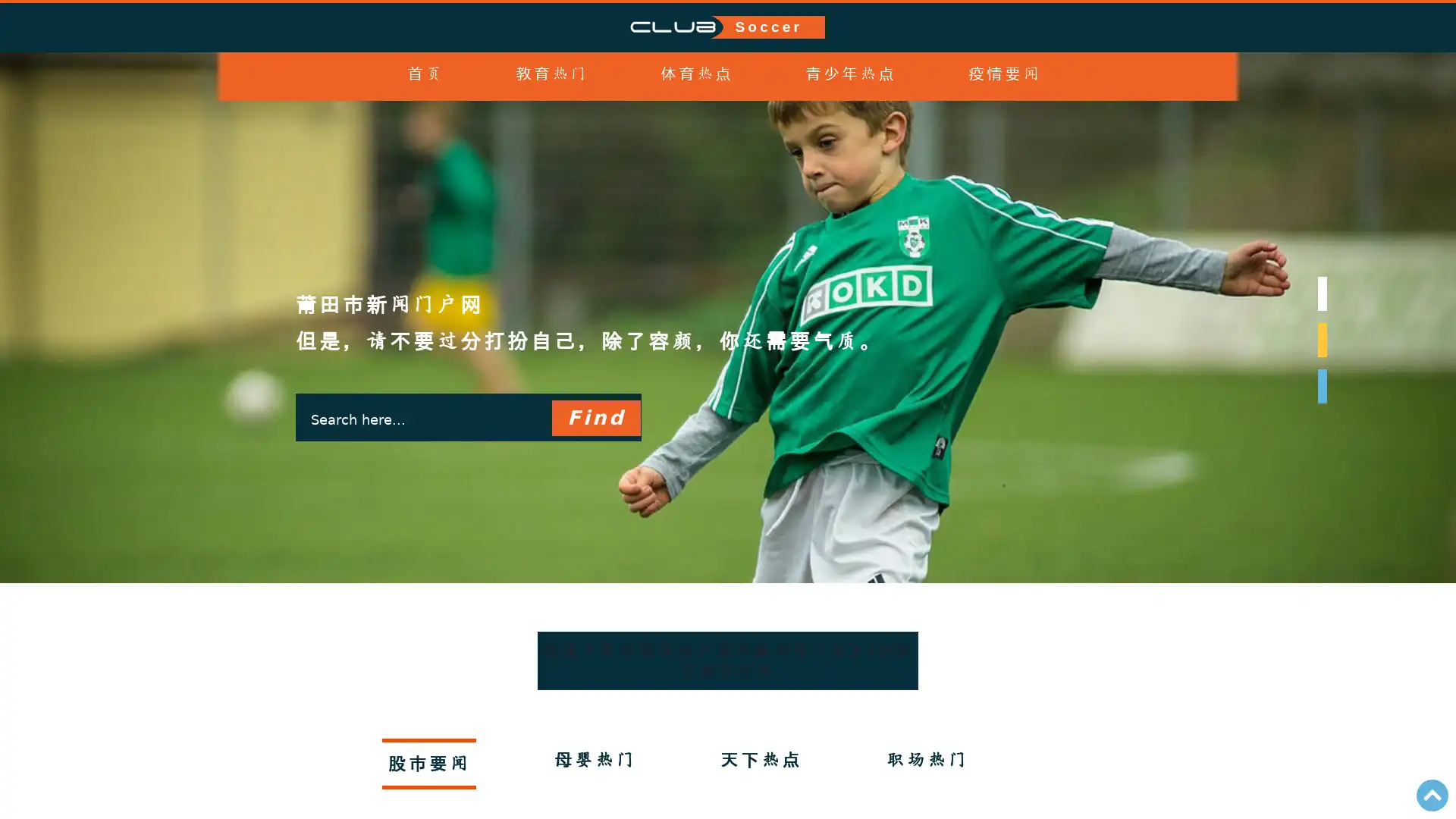 The height and width of the screenshot is (819, 1456). I want to click on Find, so click(595, 418).